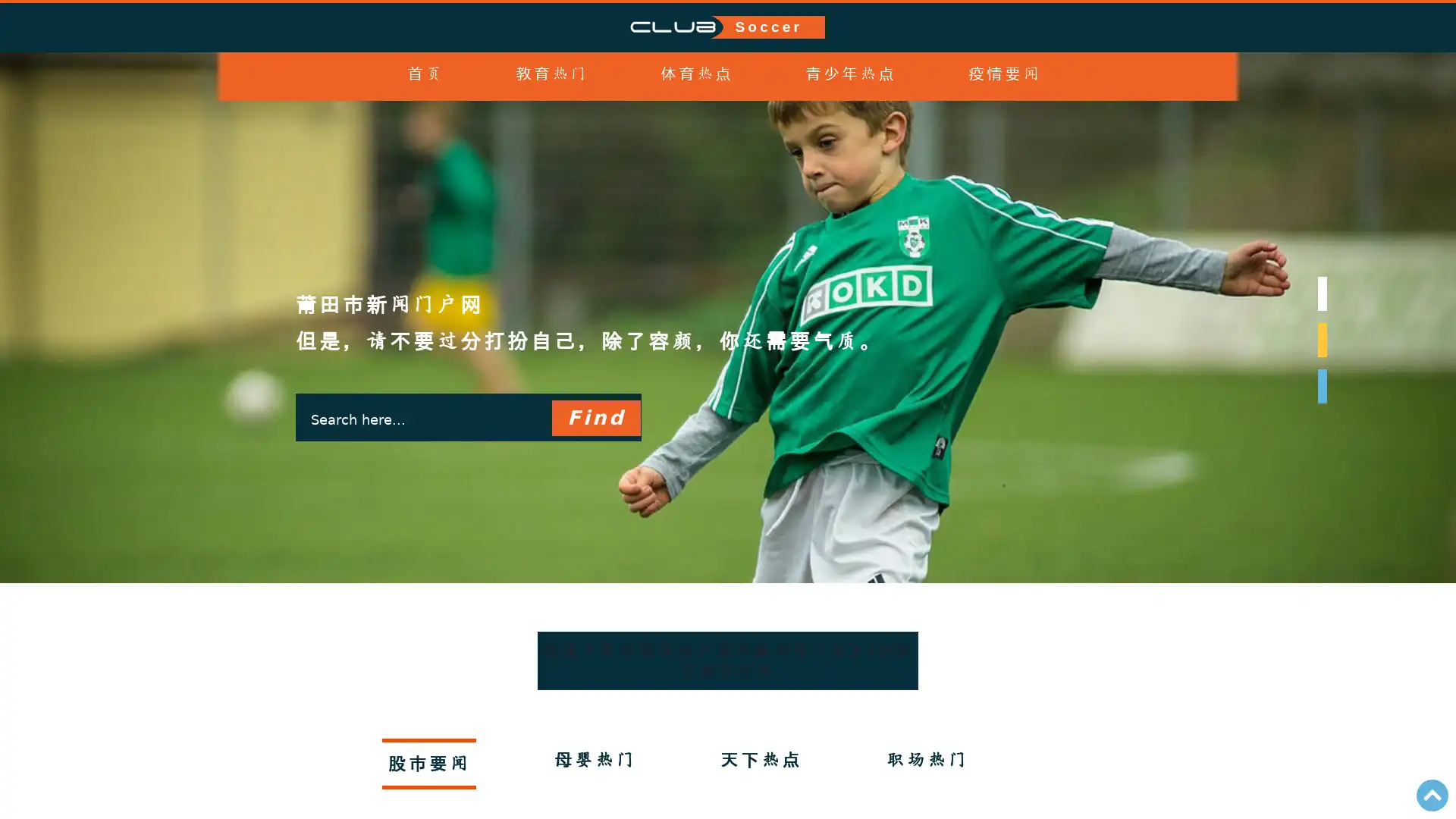 The height and width of the screenshot is (819, 1456). I want to click on Find, so click(595, 418).